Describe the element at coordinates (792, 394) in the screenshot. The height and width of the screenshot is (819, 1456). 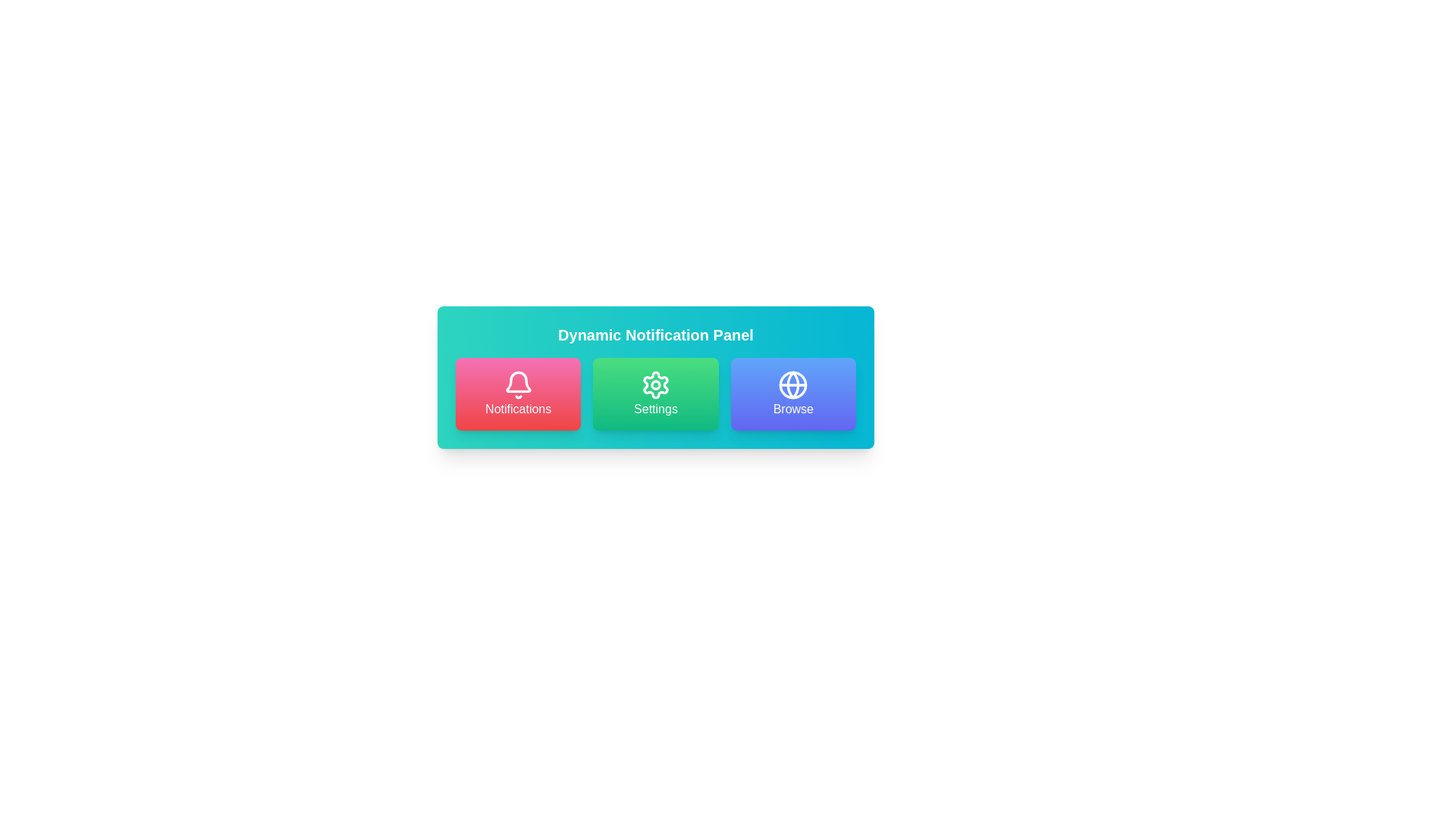
I see `the button located in the third column of a row of three buttons, which is to the right of the 'Settings' button, to observe hover effects` at that location.